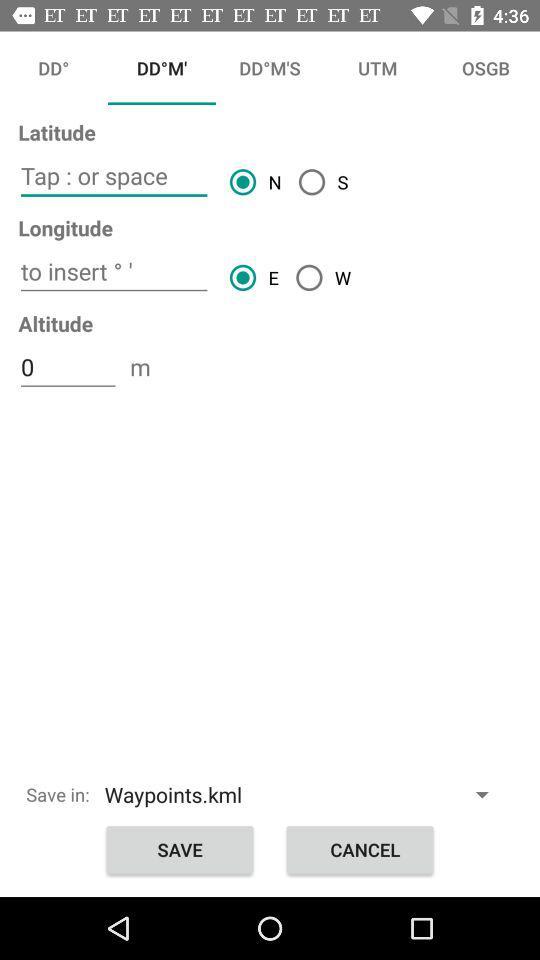 The width and height of the screenshot is (540, 960). I want to click on insert, so click(114, 270).